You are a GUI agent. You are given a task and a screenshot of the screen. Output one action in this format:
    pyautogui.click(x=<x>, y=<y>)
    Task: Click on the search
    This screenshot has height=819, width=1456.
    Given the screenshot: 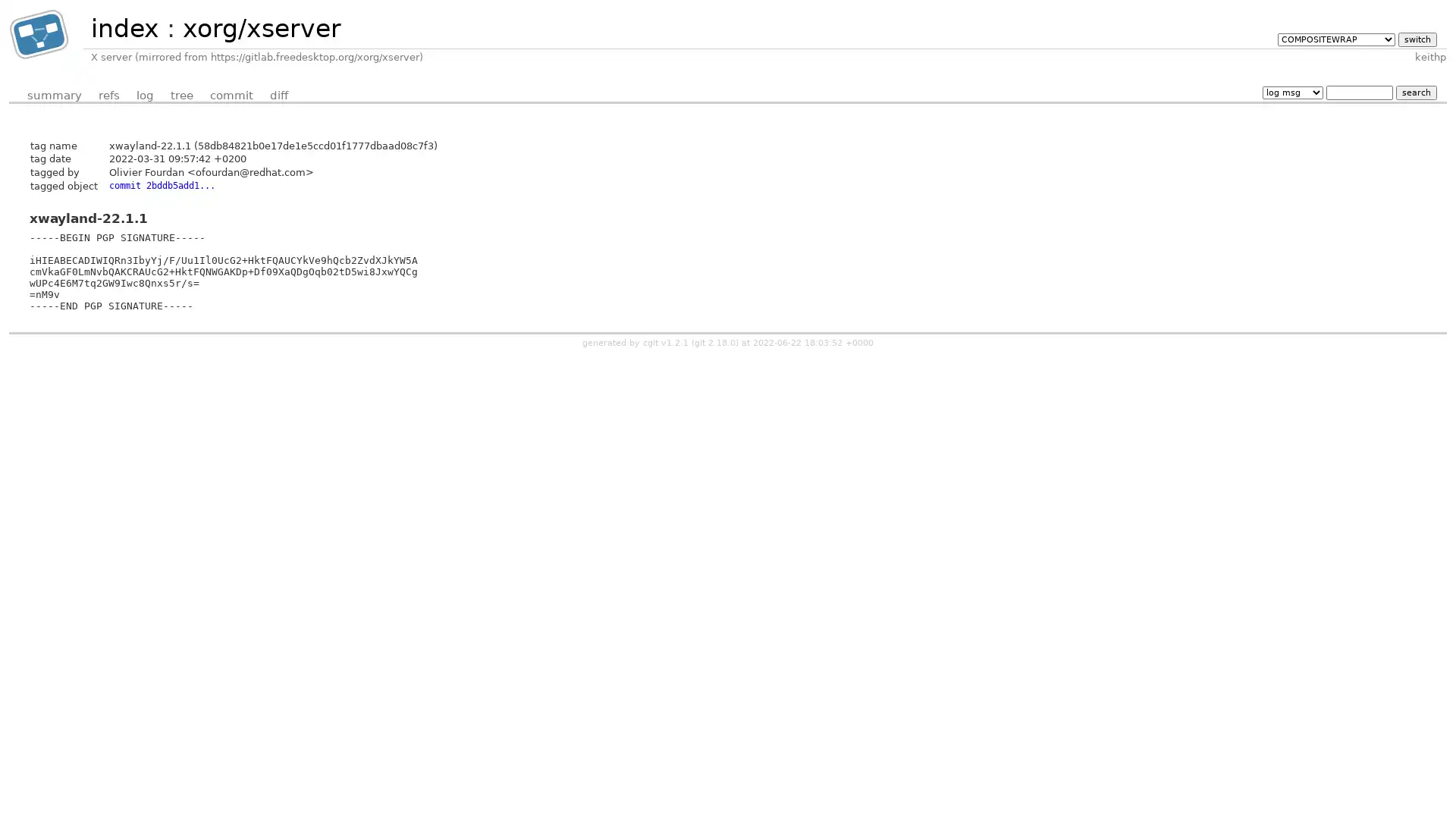 What is the action you would take?
    pyautogui.click(x=1415, y=92)
    